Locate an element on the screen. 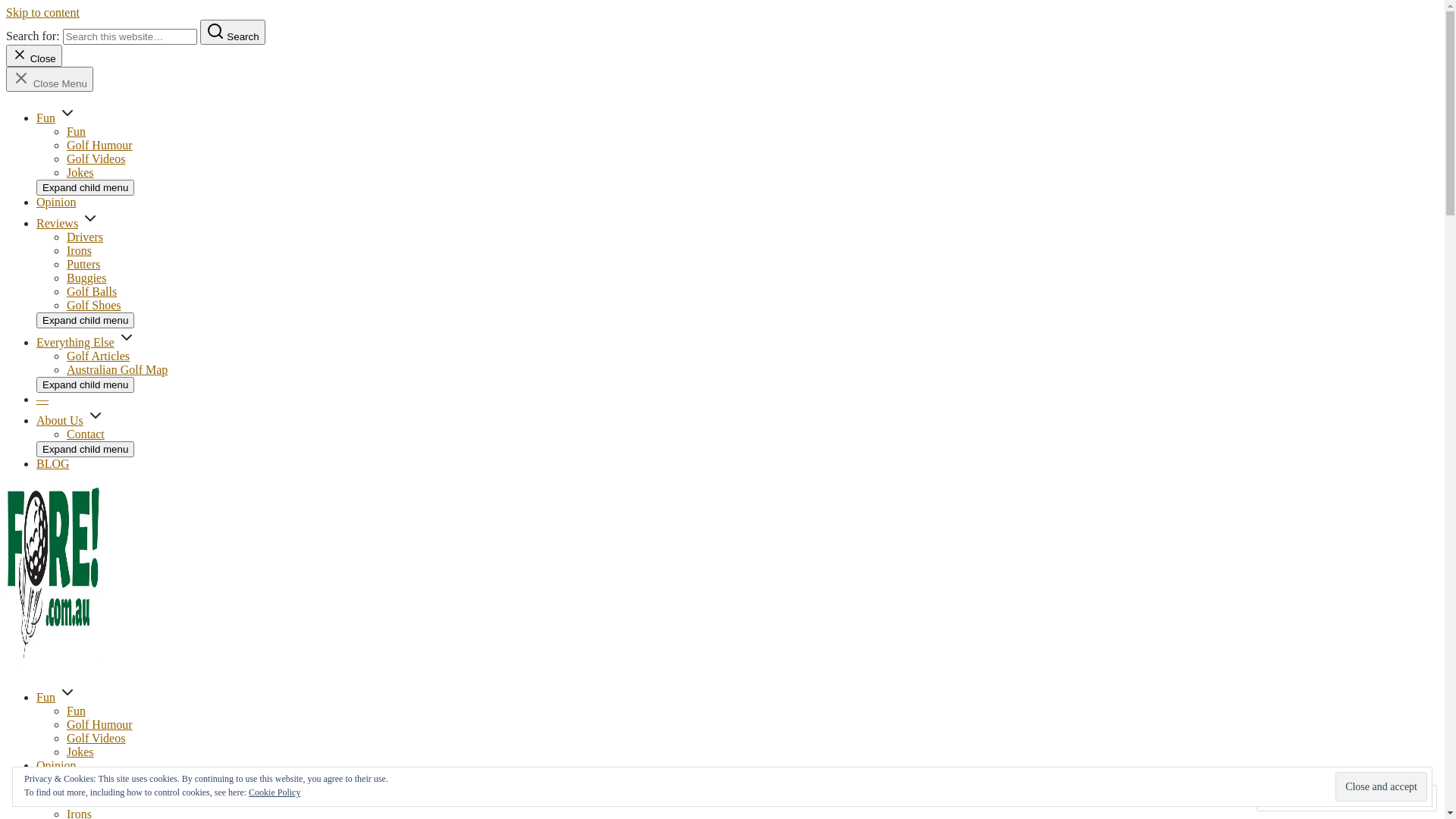 This screenshot has width=1456, height=819. 'Buggies' is located at coordinates (86, 278).